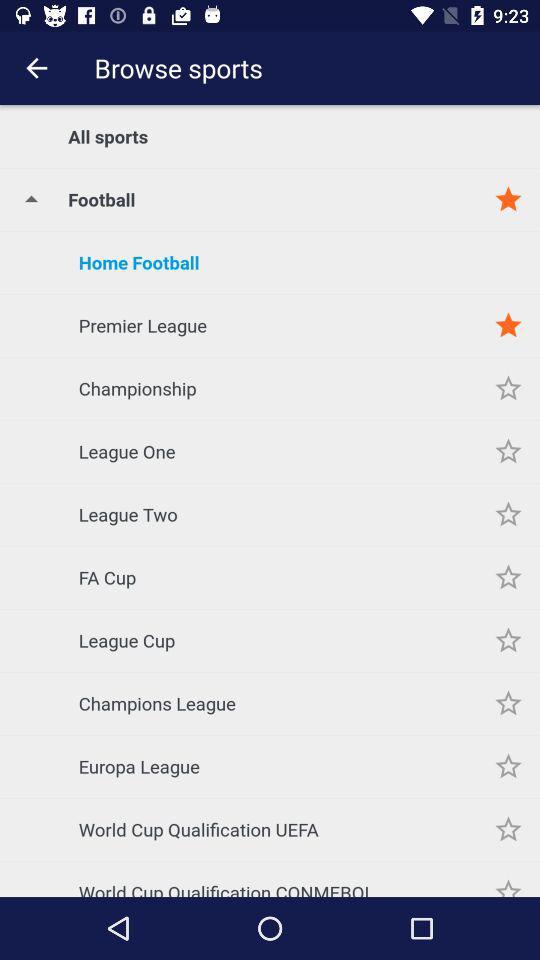  I want to click on star, so click(508, 577).